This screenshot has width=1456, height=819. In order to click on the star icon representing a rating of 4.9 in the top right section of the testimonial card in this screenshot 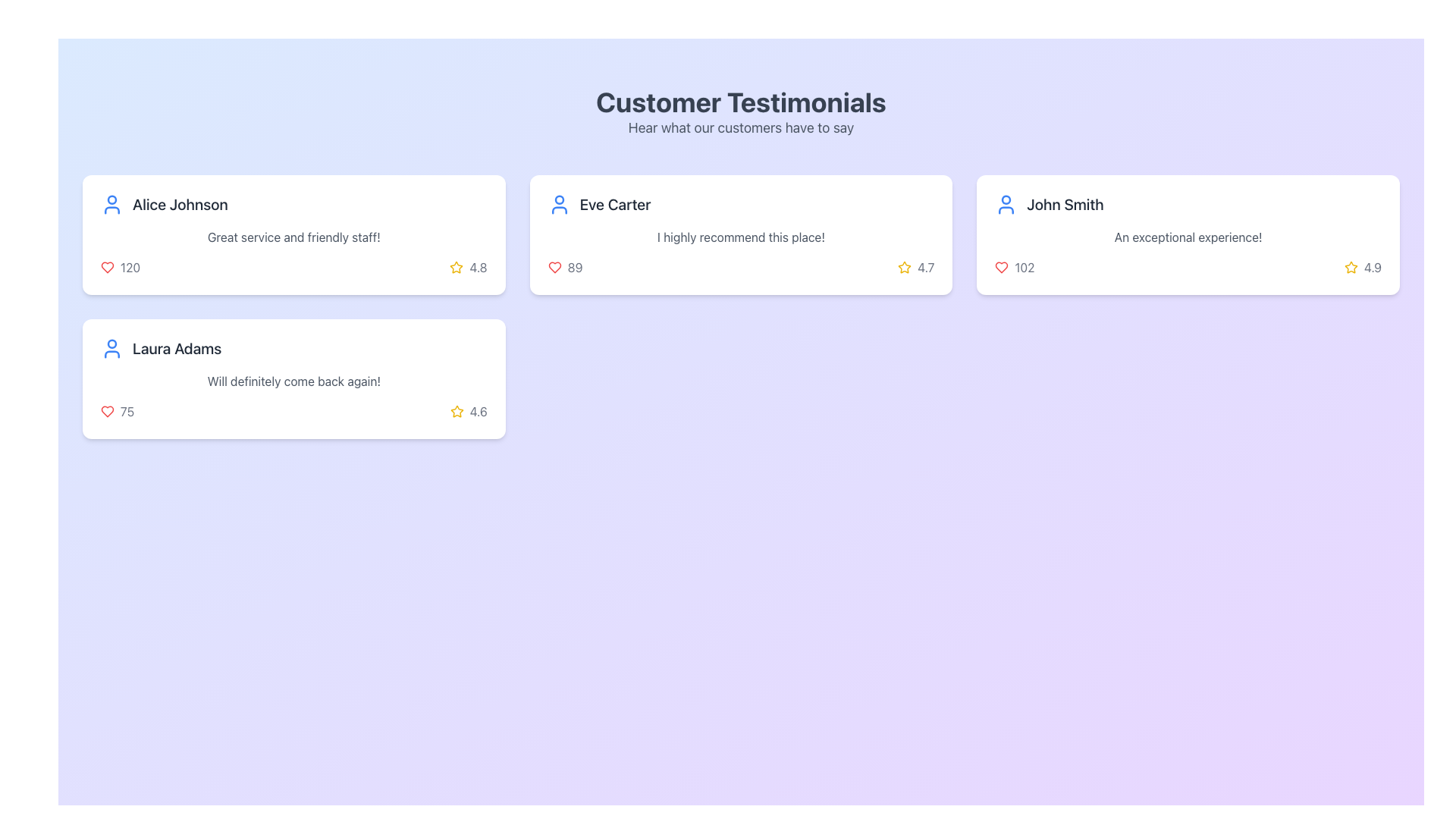, I will do `click(1351, 267)`.